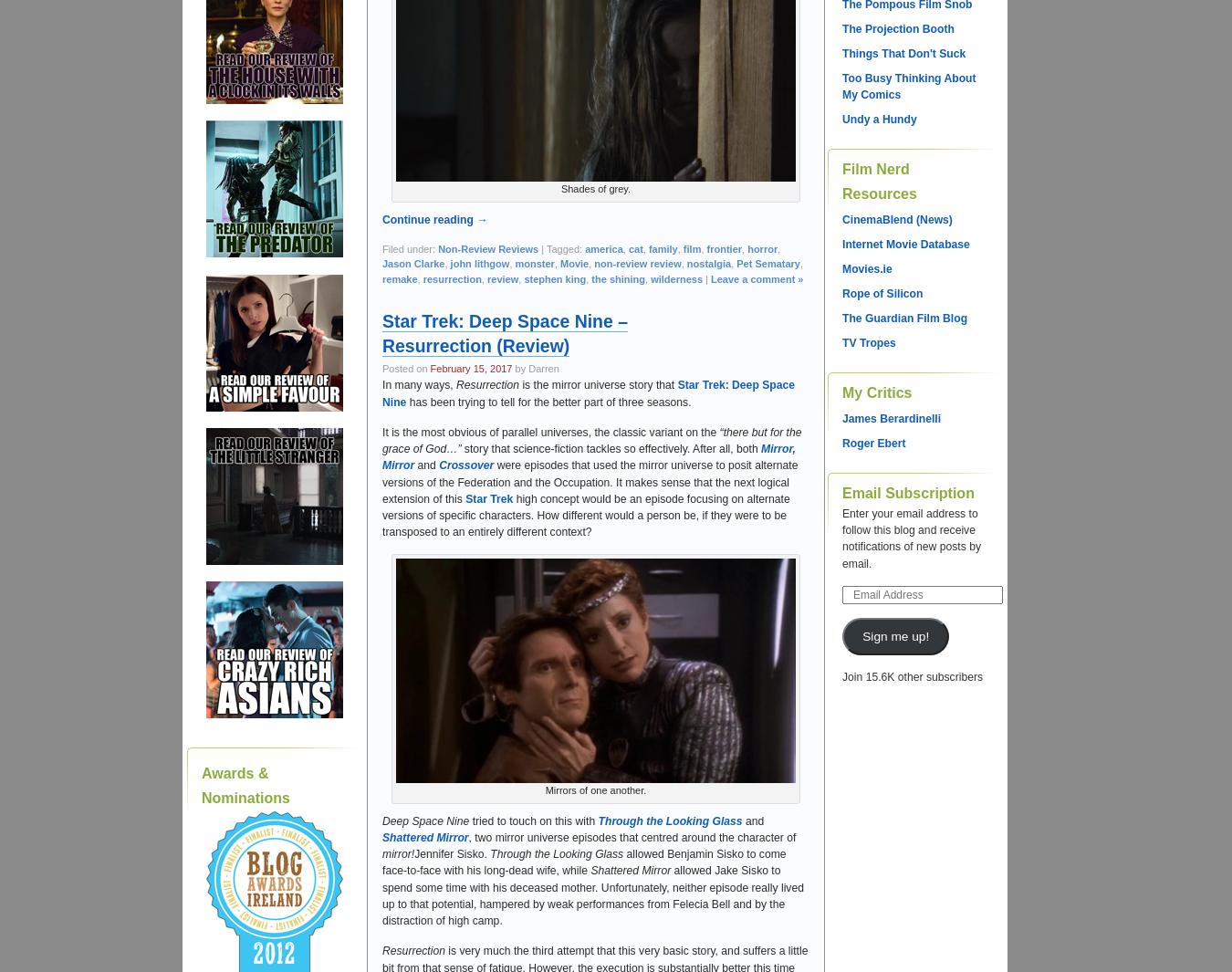 Image resolution: width=1232 pixels, height=972 pixels. I want to click on 'film', so click(691, 247).